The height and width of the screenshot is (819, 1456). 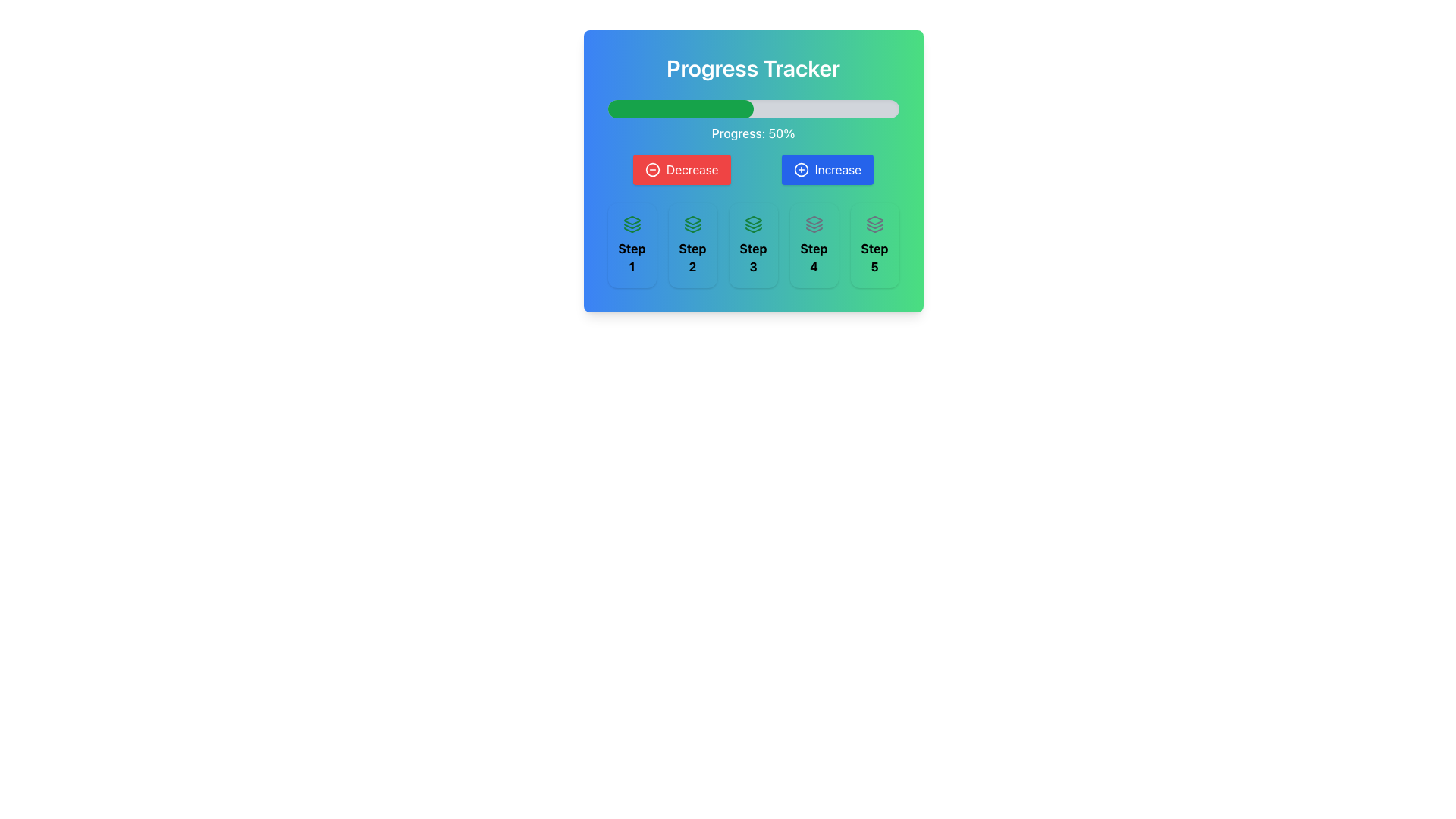 What do you see at coordinates (652, 169) in the screenshot?
I see `the circular vector graphic that represents a 'minus' symbol in the icon design, located to the left of the 'Decrease' button on the second row under the progress bar section` at bounding box center [652, 169].